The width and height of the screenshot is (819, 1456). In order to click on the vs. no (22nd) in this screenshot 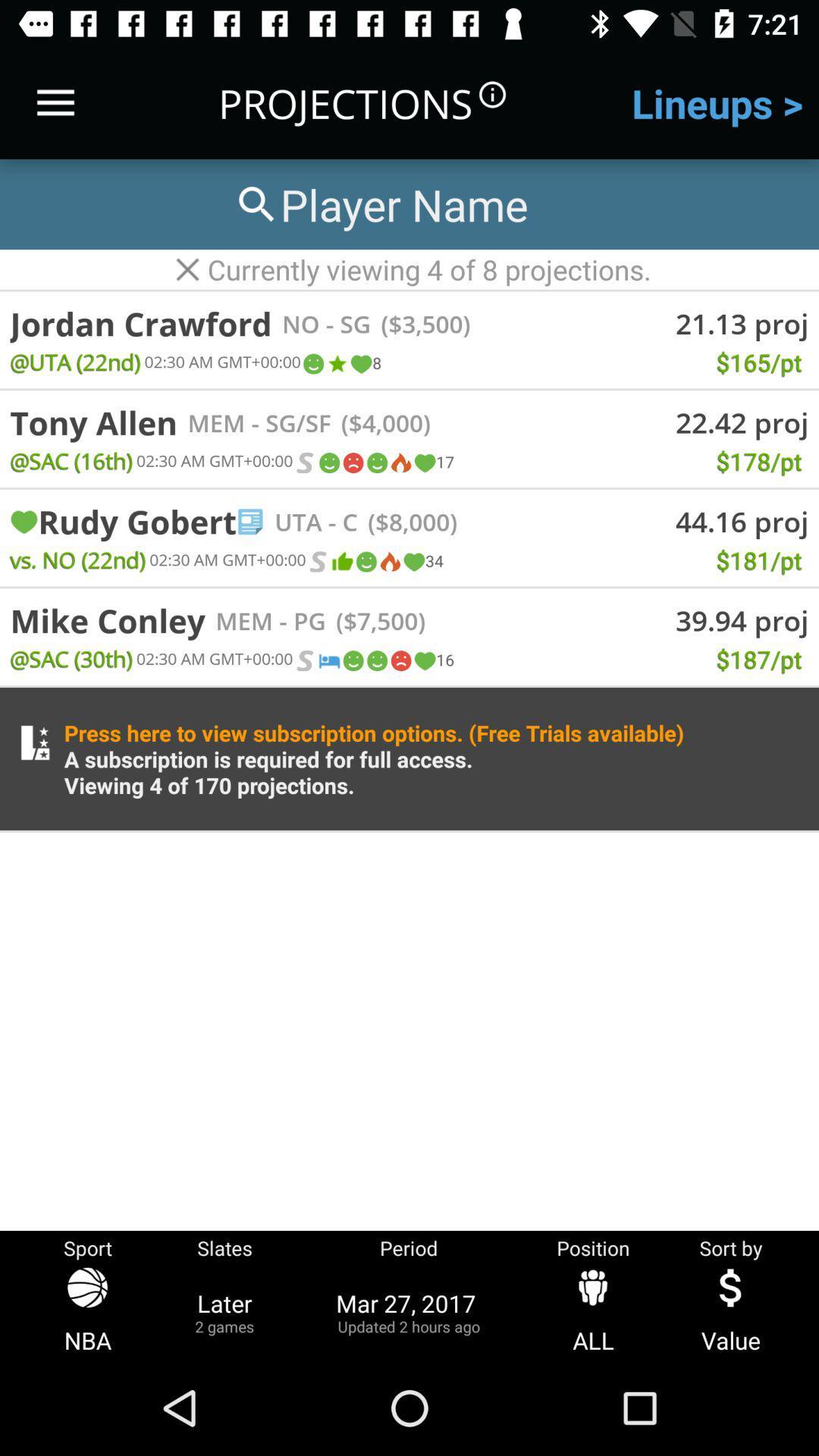, I will do `click(77, 559)`.